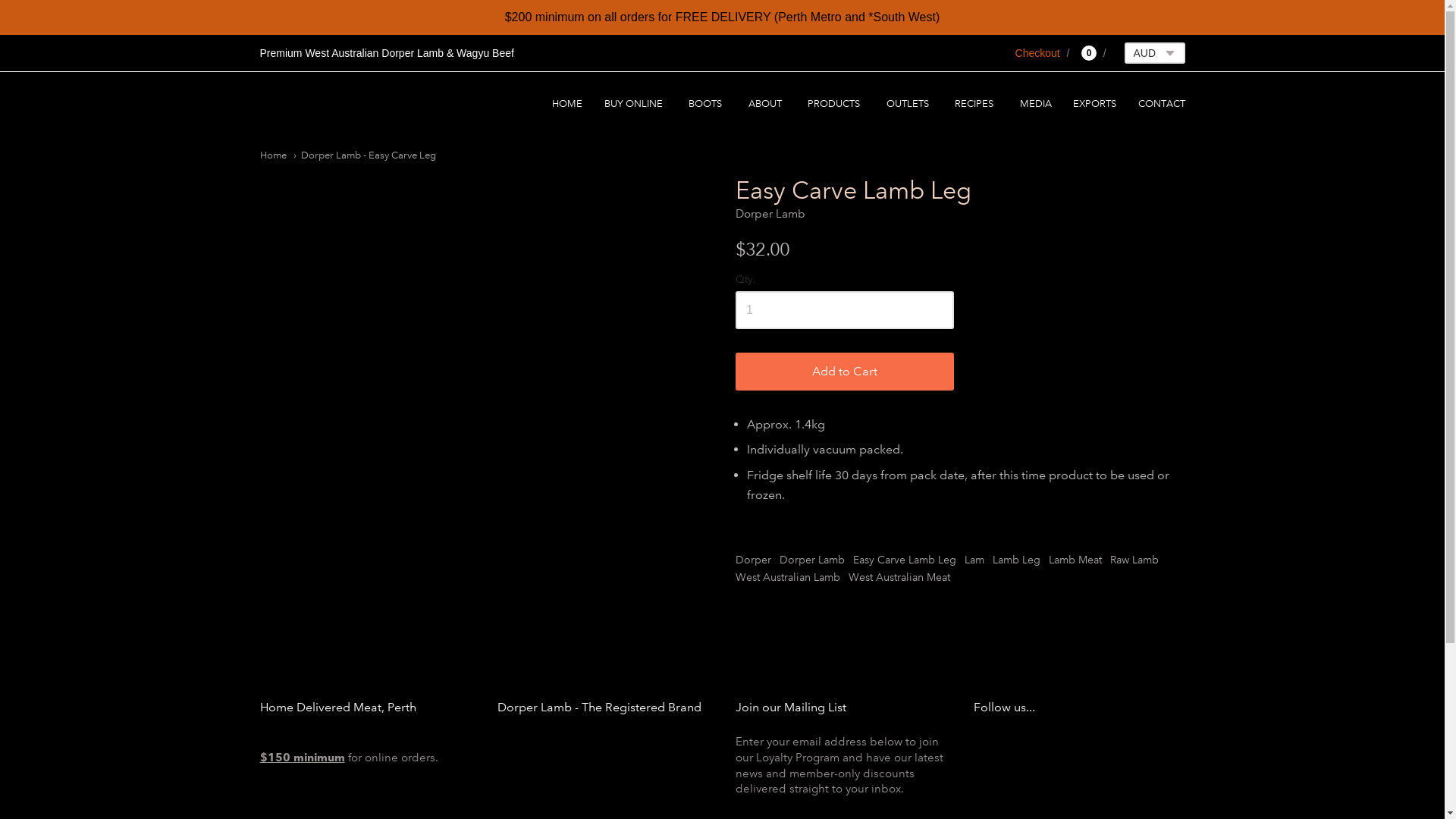 This screenshot has width=1456, height=819. I want to click on 'PRODUCTS', so click(797, 103).